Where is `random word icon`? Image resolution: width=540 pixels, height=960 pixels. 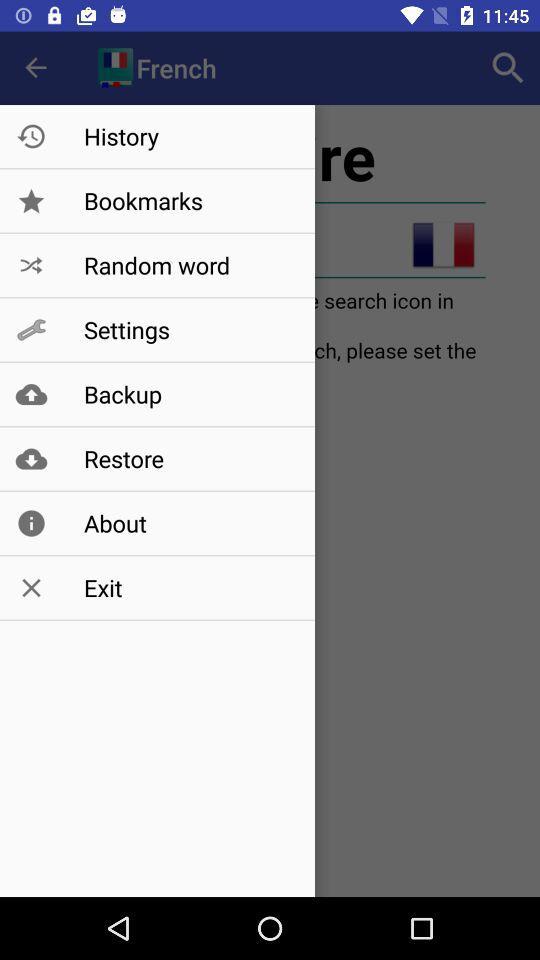 random word icon is located at coordinates (189, 264).